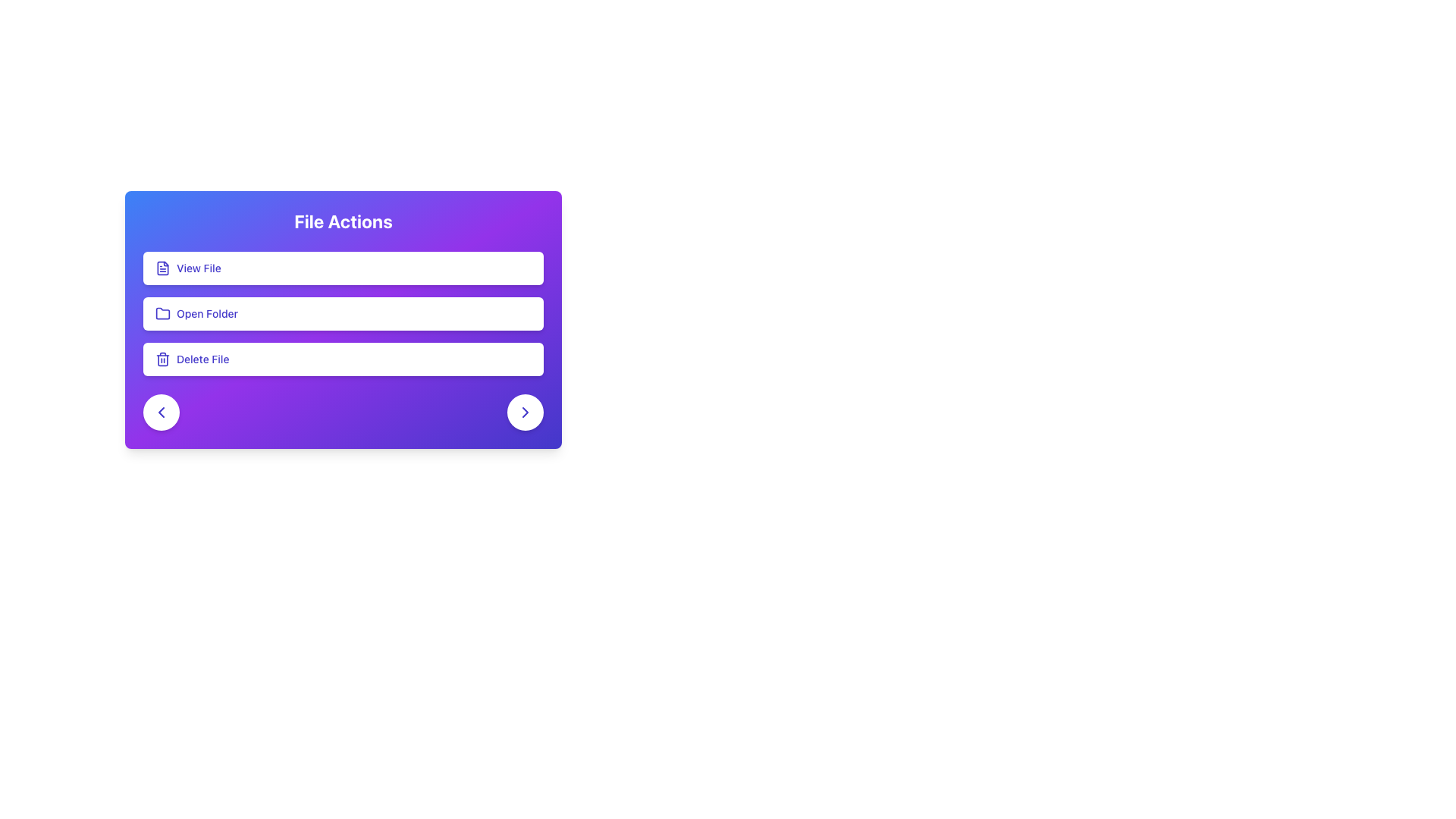 The width and height of the screenshot is (1456, 819). Describe the element at coordinates (163, 268) in the screenshot. I see `the document file icon located in the 'File Actions' box` at that location.